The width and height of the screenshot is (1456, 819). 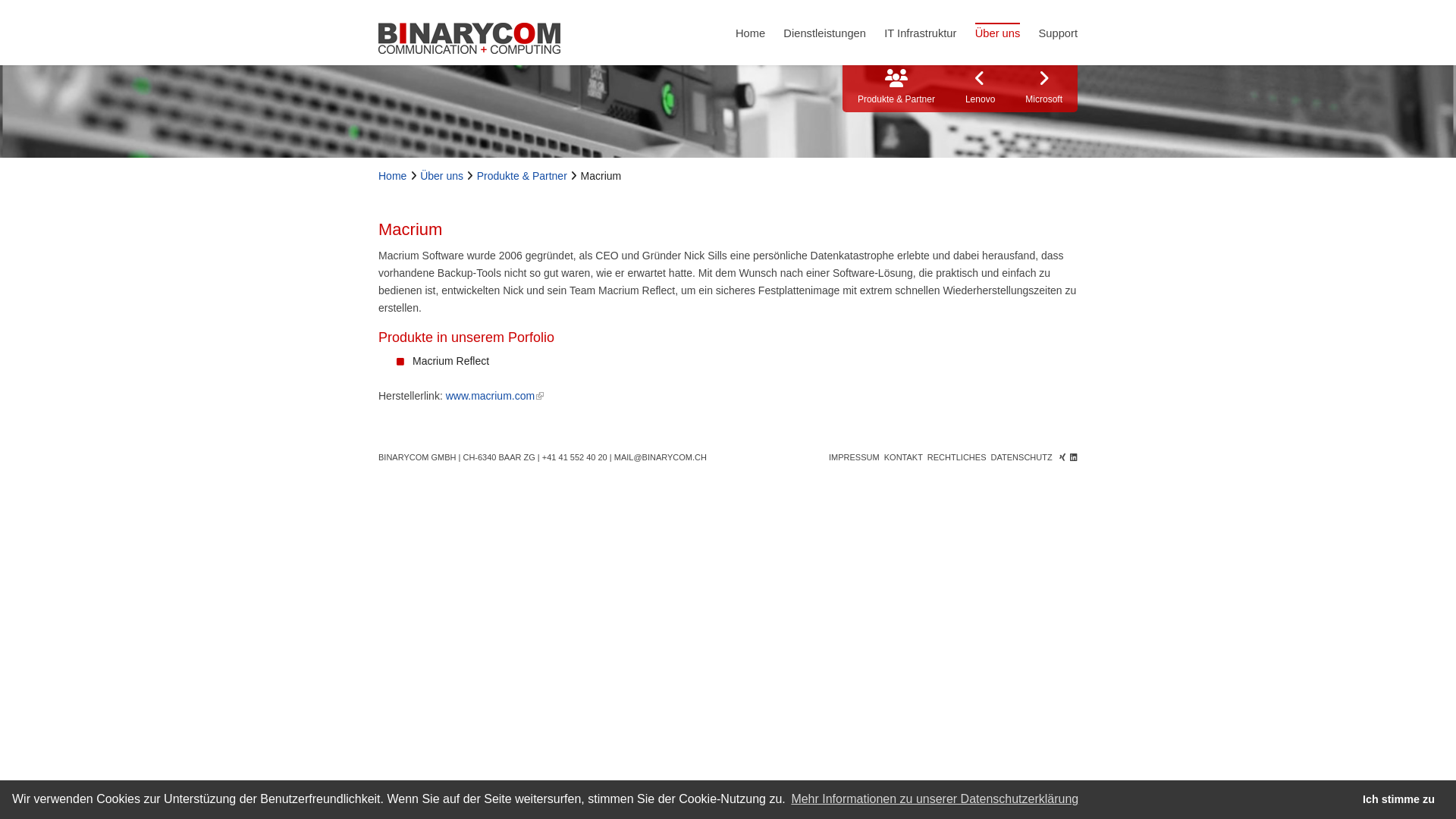 I want to click on '+41 41 552 40 20', so click(x=574, y=456).